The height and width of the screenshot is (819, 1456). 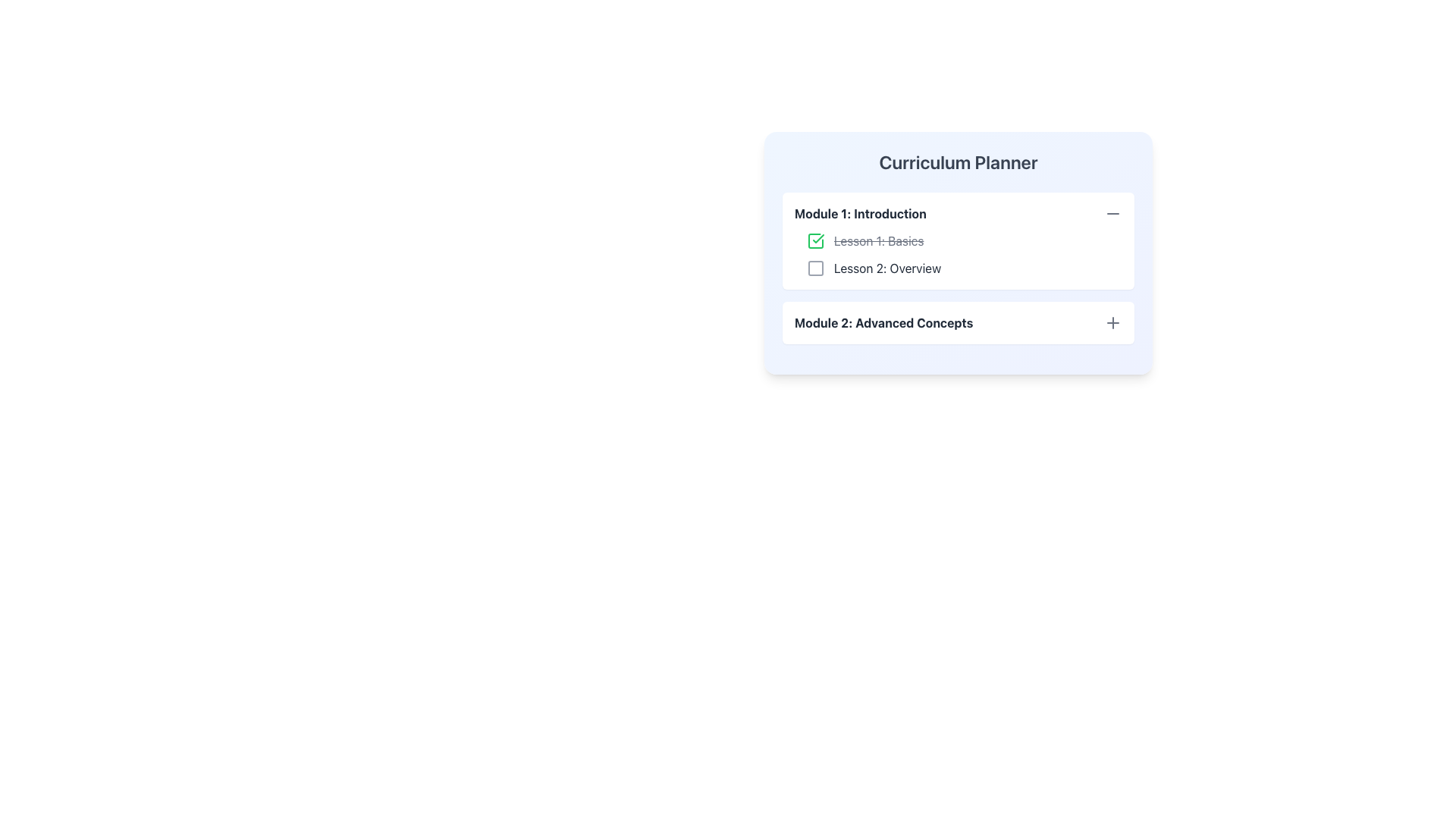 I want to click on the gray, strikethrough text that reads 'Lesson 1: Basics,' which is grouped with a green checkmark icon in the Curriculum Planner module under 'Module 1: Introduction.', so click(x=879, y=240).